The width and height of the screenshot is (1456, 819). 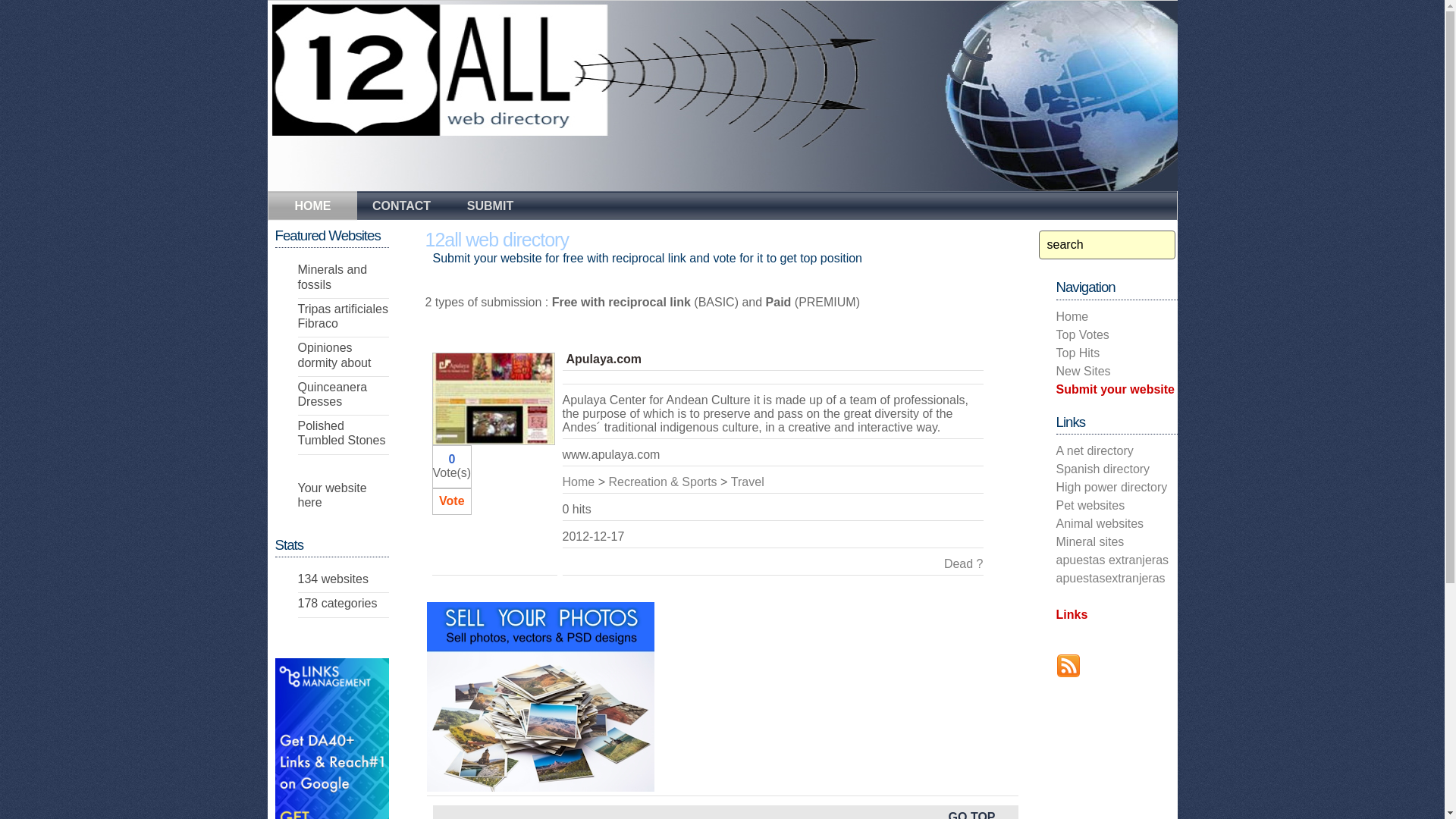 What do you see at coordinates (333, 354) in the screenshot?
I see `'Opiniones dormity about'` at bounding box center [333, 354].